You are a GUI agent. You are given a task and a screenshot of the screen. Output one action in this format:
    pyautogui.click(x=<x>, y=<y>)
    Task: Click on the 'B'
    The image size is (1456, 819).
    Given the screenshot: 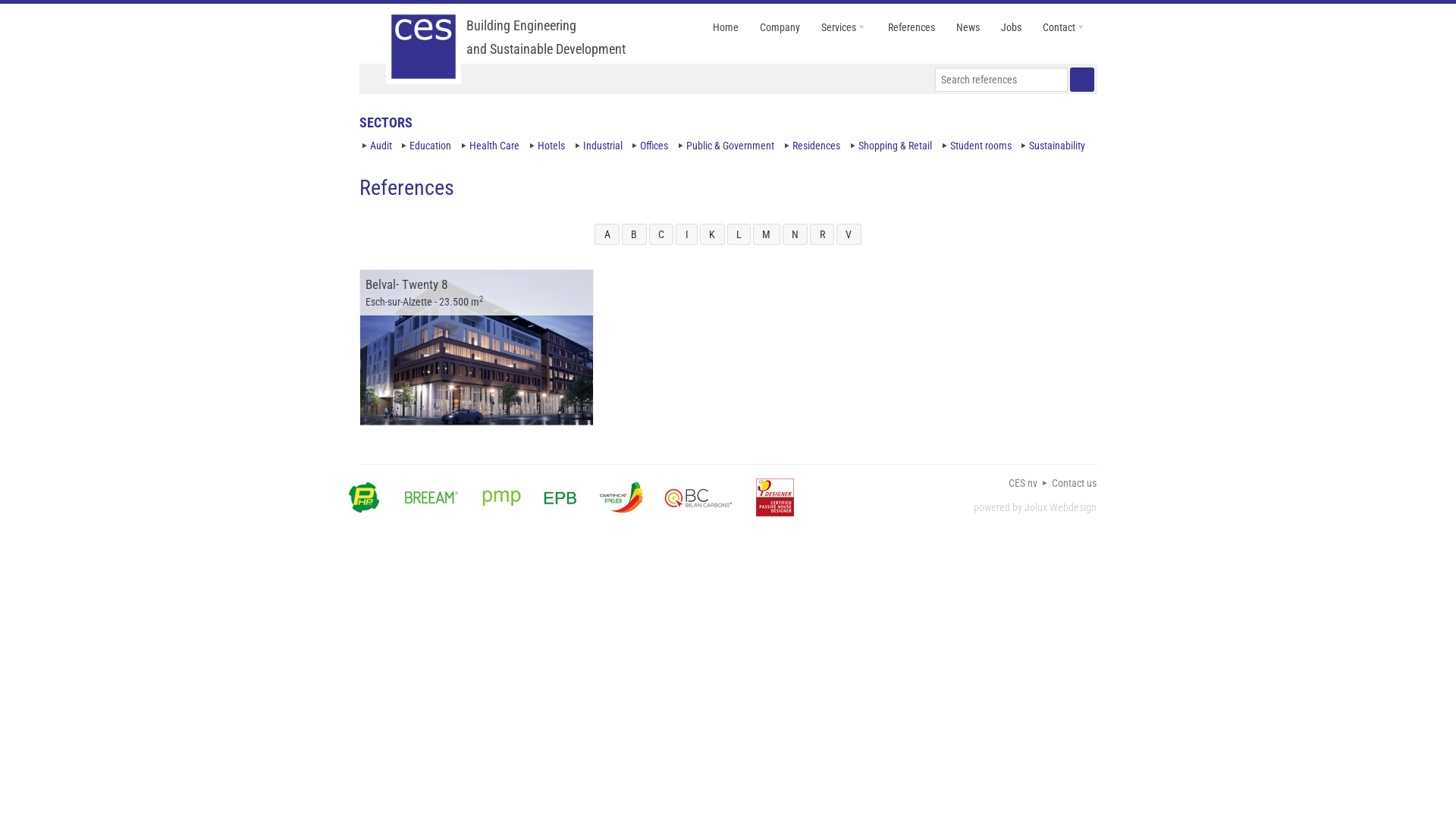 What is the action you would take?
    pyautogui.click(x=634, y=234)
    